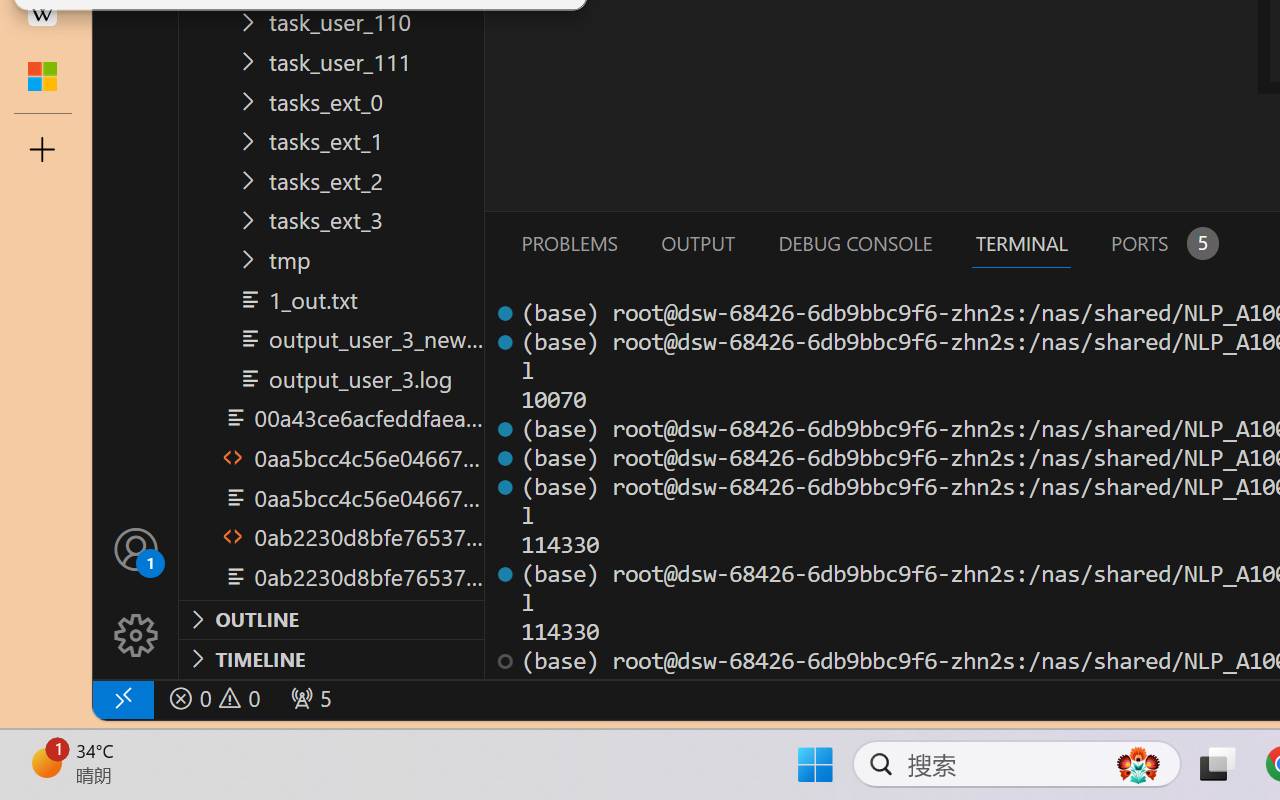 Image resolution: width=1280 pixels, height=800 pixels. Describe the element at coordinates (854, 242) in the screenshot. I see `'Debug Console (Ctrl+Shift+Y)'` at that location.